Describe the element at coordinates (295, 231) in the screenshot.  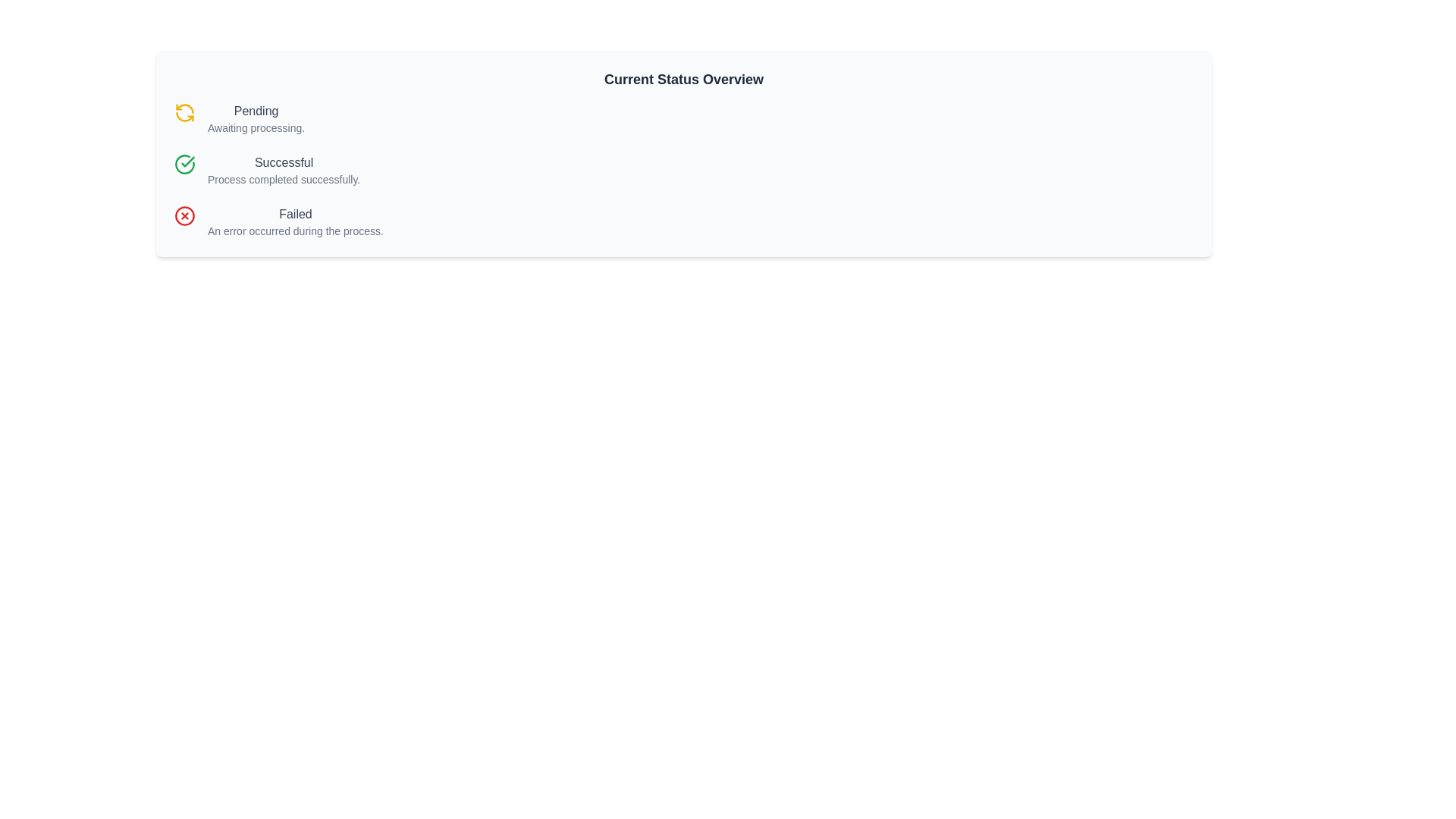
I see `the text label that displays 'An error occurred during the process.' which is styled in small gray text and positioned beneath the 'Failed' label` at that location.